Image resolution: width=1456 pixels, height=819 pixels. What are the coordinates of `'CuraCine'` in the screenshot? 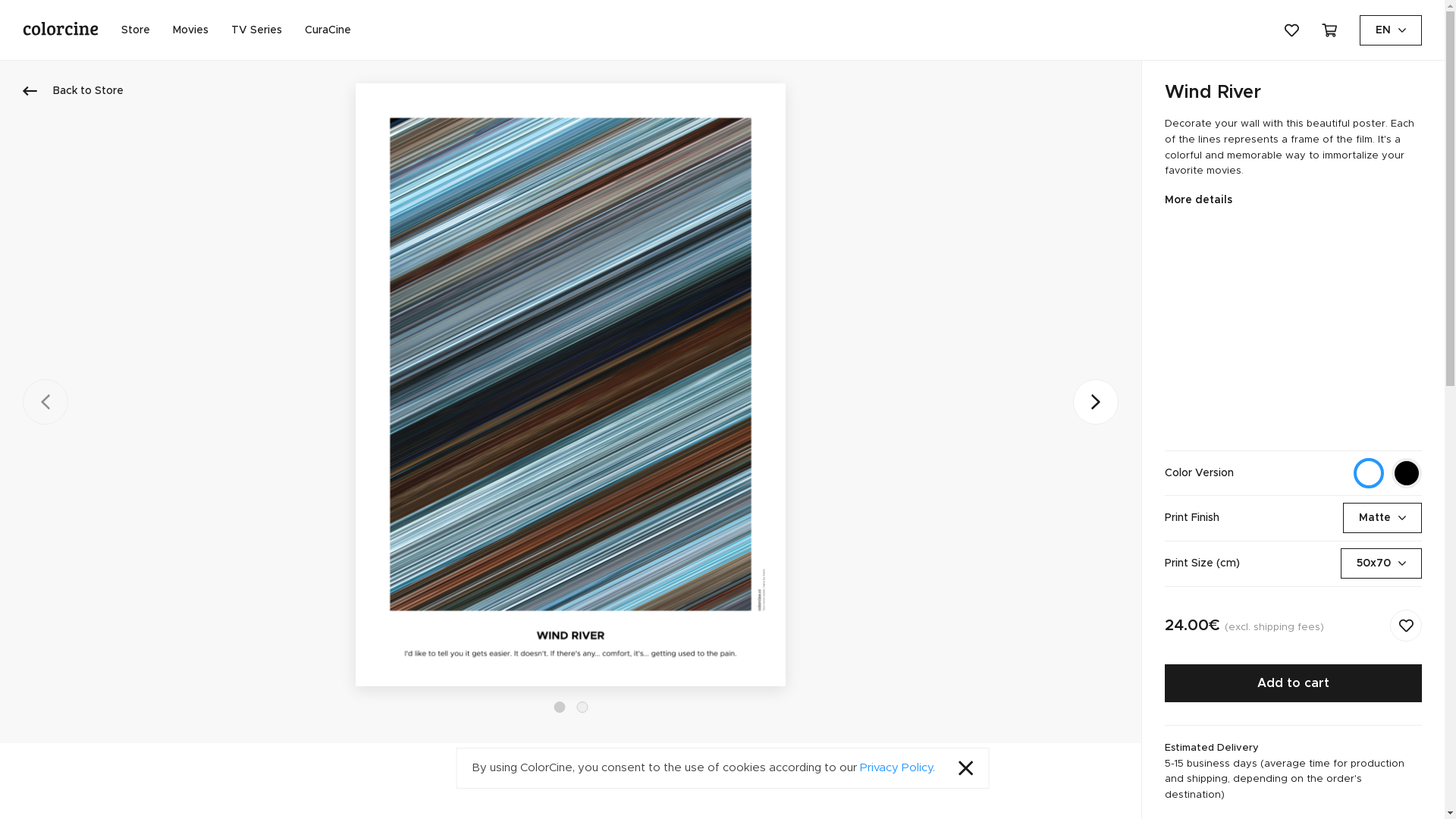 It's located at (327, 29).